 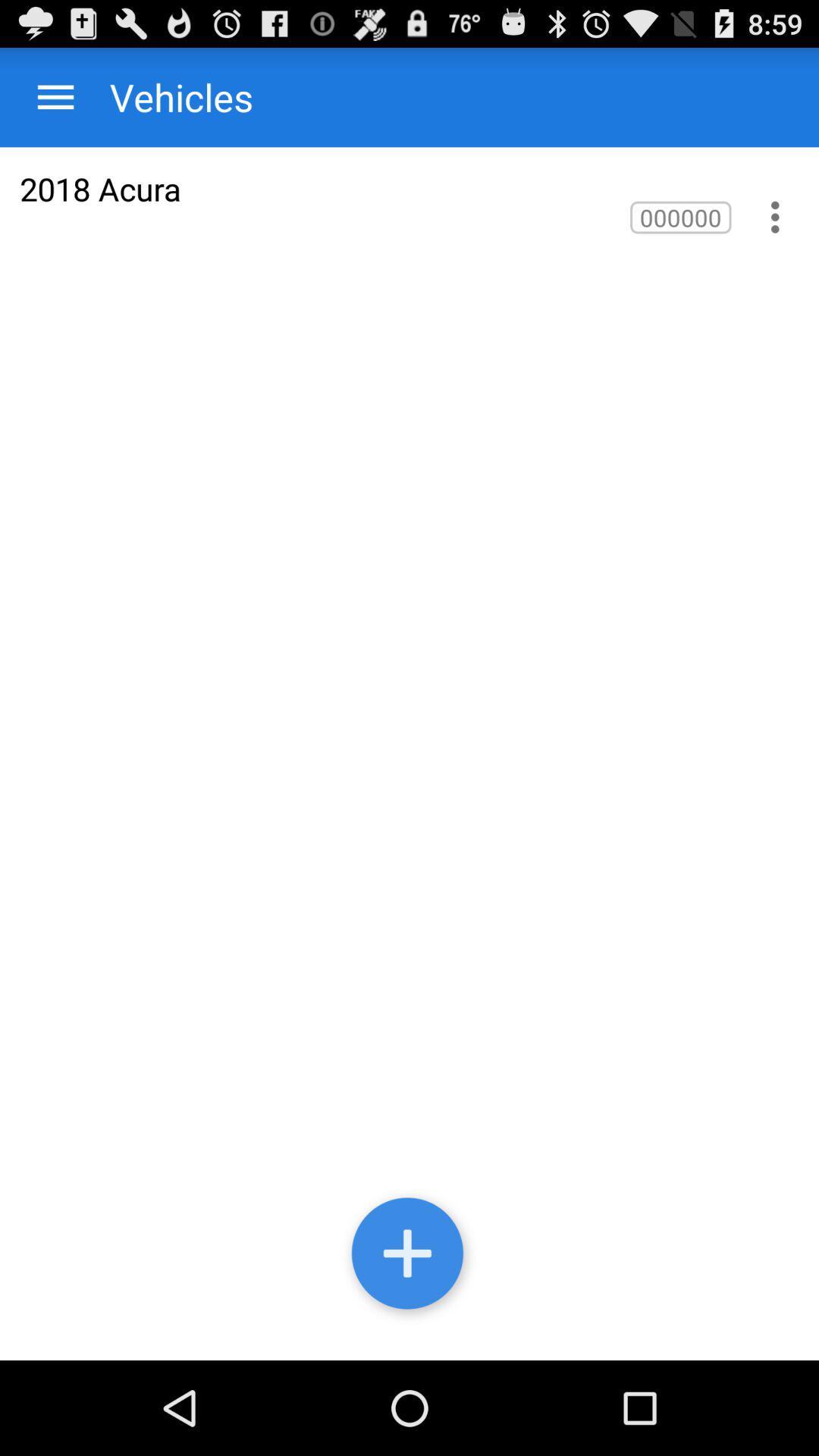 What do you see at coordinates (55, 96) in the screenshot?
I see `open options` at bounding box center [55, 96].